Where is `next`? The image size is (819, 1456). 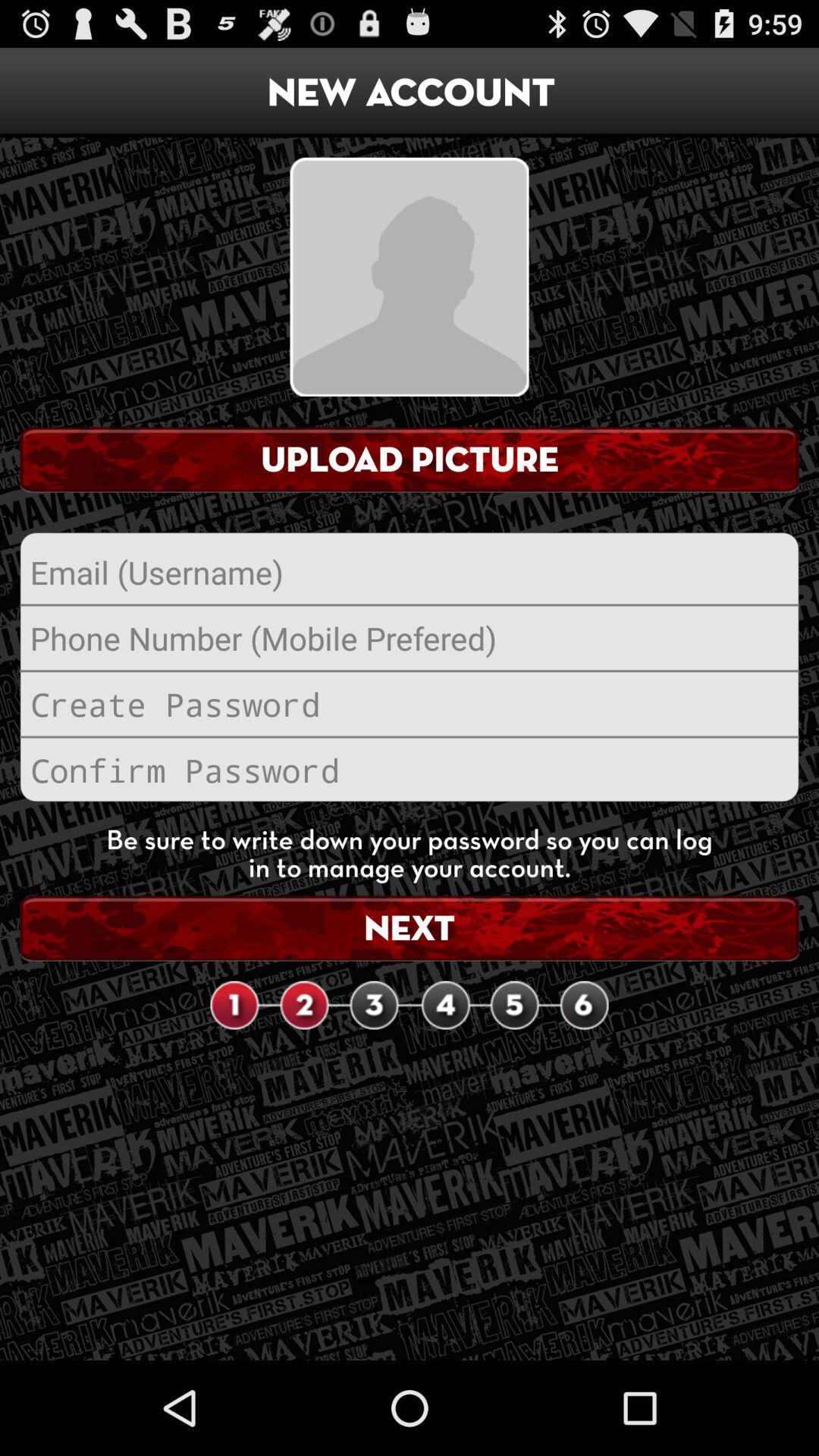
next is located at coordinates (409, 927).